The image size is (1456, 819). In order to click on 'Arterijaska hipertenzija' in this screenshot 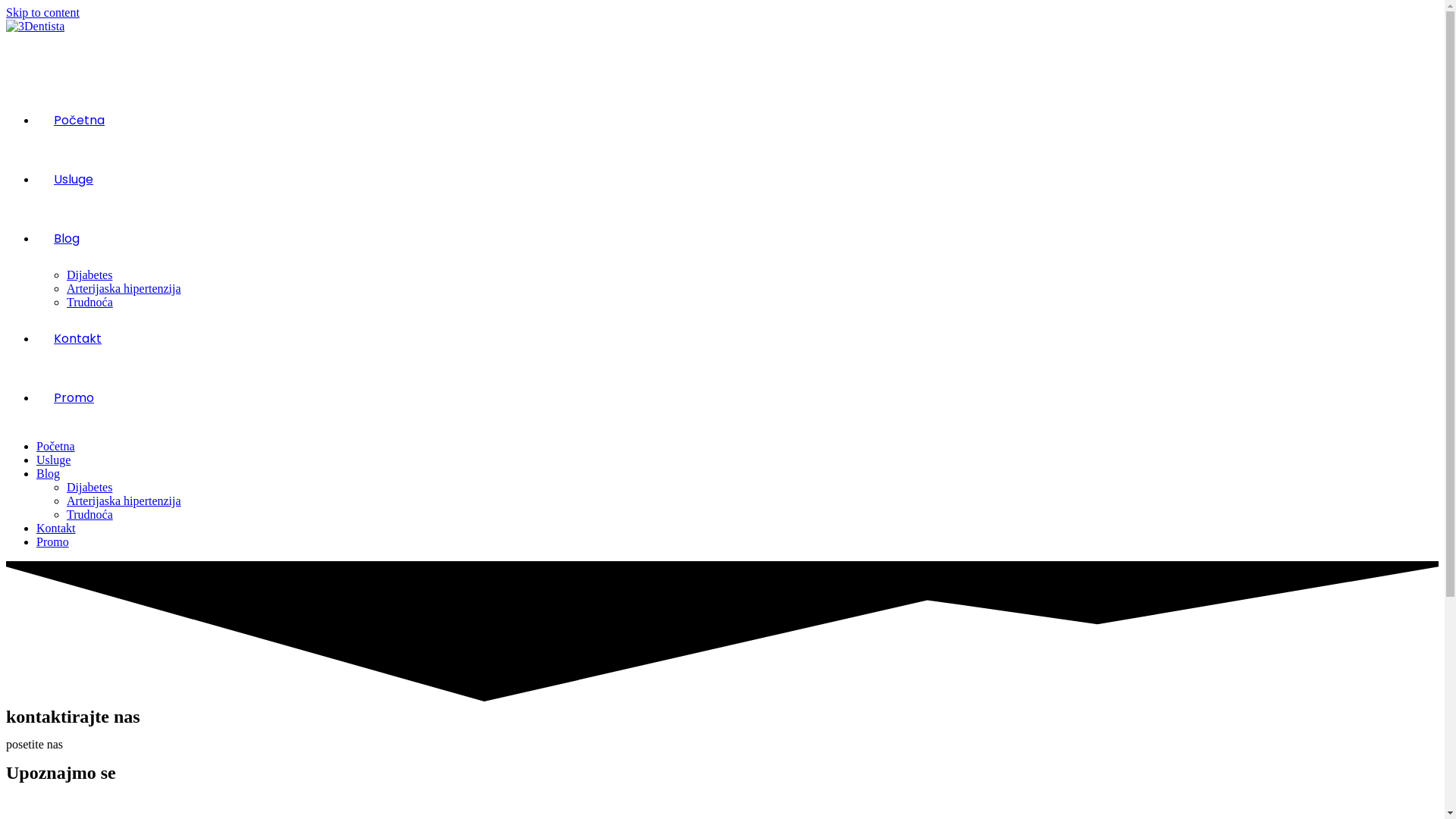, I will do `click(124, 288)`.